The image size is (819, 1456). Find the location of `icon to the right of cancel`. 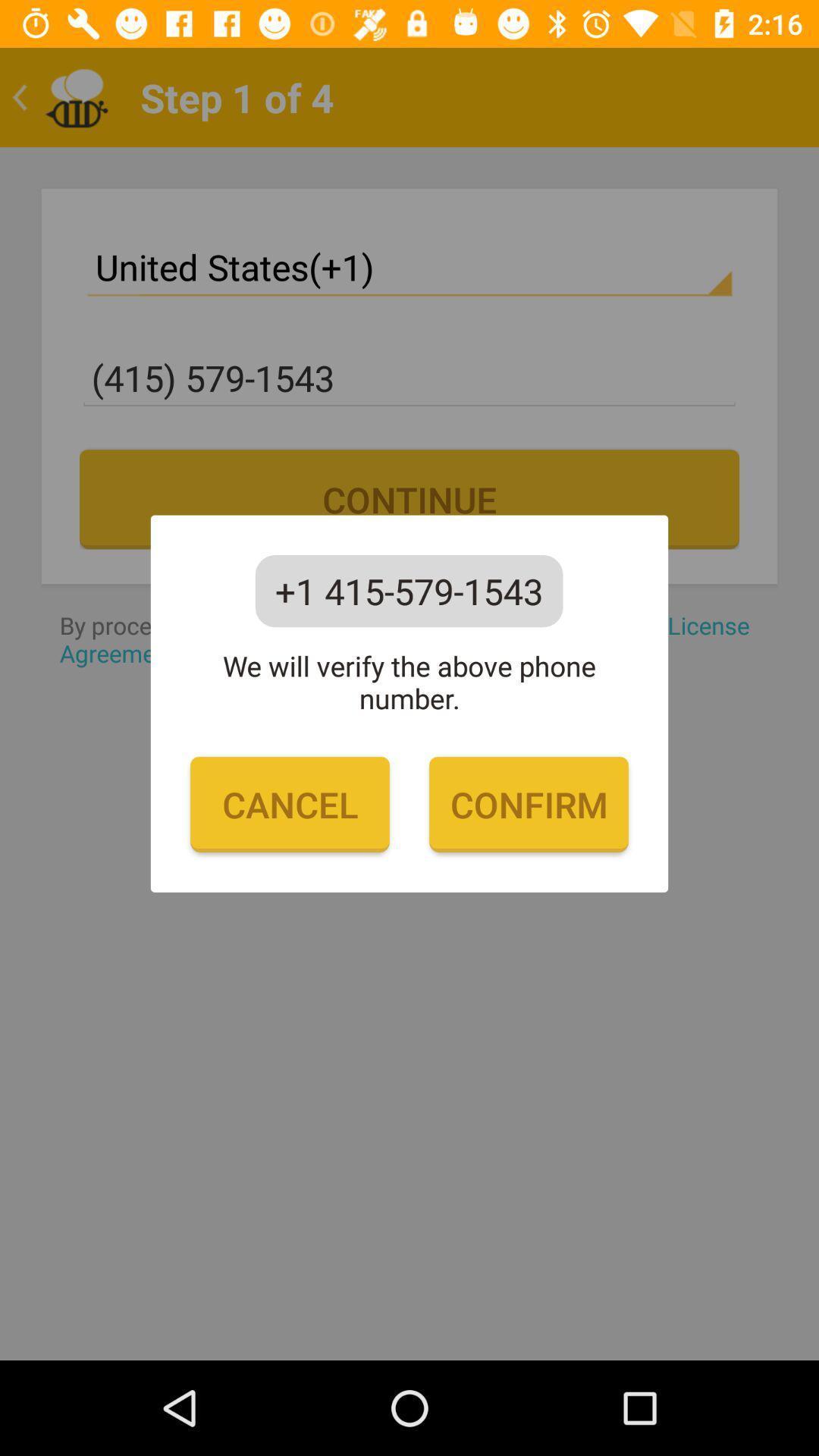

icon to the right of cancel is located at coordinates (528, 804).